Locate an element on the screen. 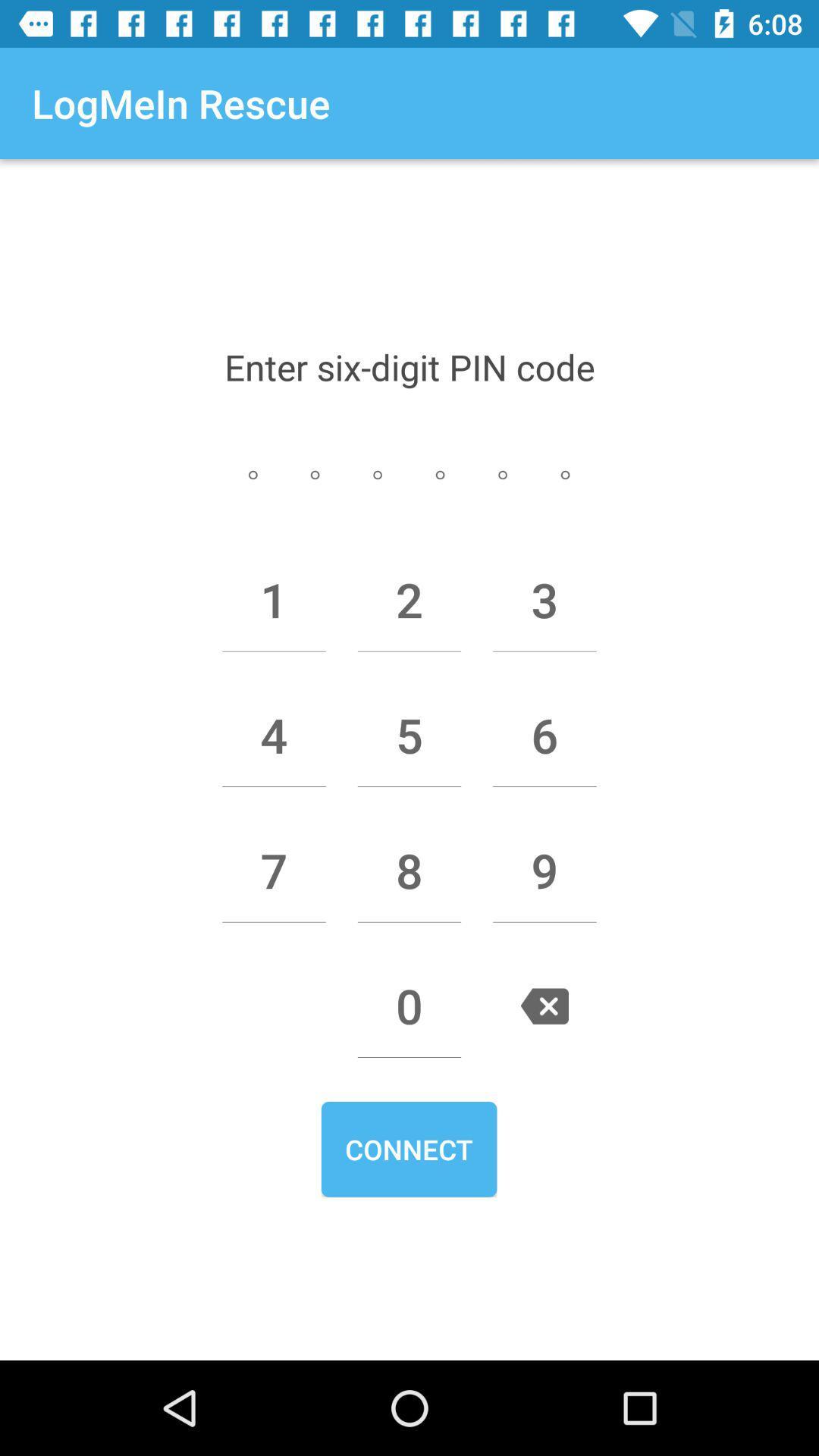  item next to 4 item is located at coordinates (409, 735).